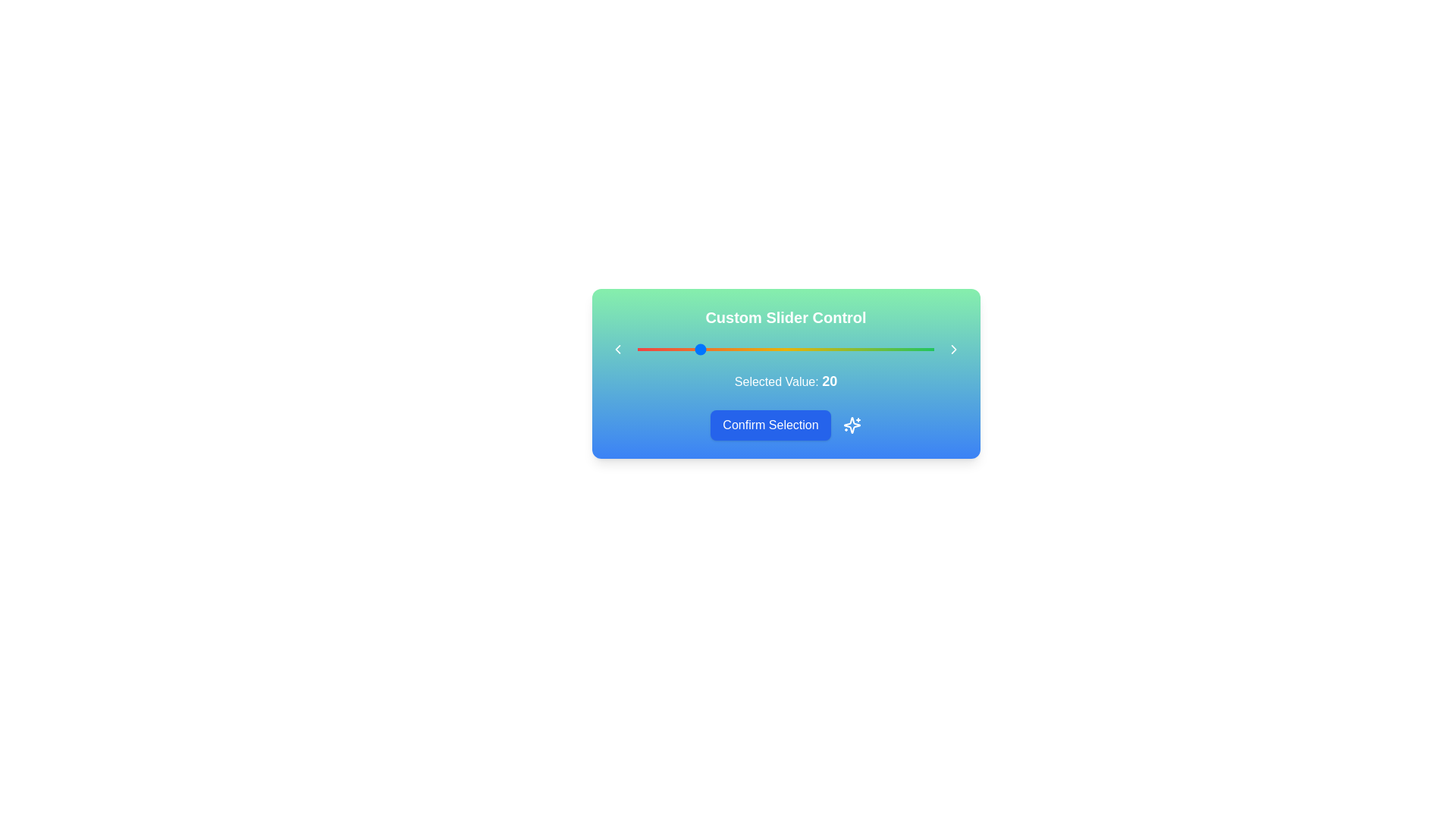 This screenshot has width=1456, height=819. What do you see at coordinates (907, 350) in the screenshot?
I see `the slider to 91 by dragging the handle` at bounding box center [907, 350].